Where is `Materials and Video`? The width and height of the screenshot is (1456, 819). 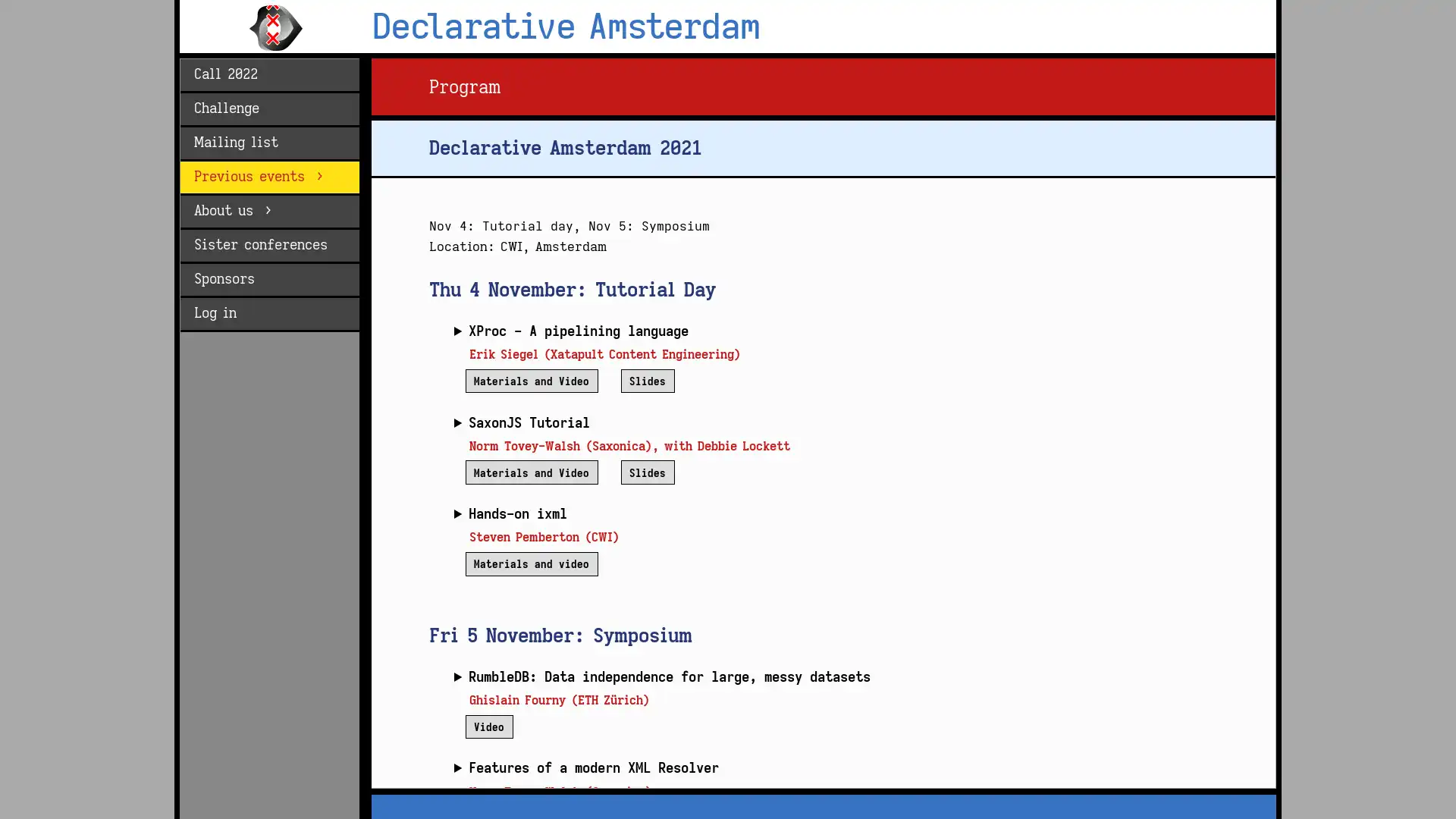 Materials and Video is located at coordinates (531, 379).